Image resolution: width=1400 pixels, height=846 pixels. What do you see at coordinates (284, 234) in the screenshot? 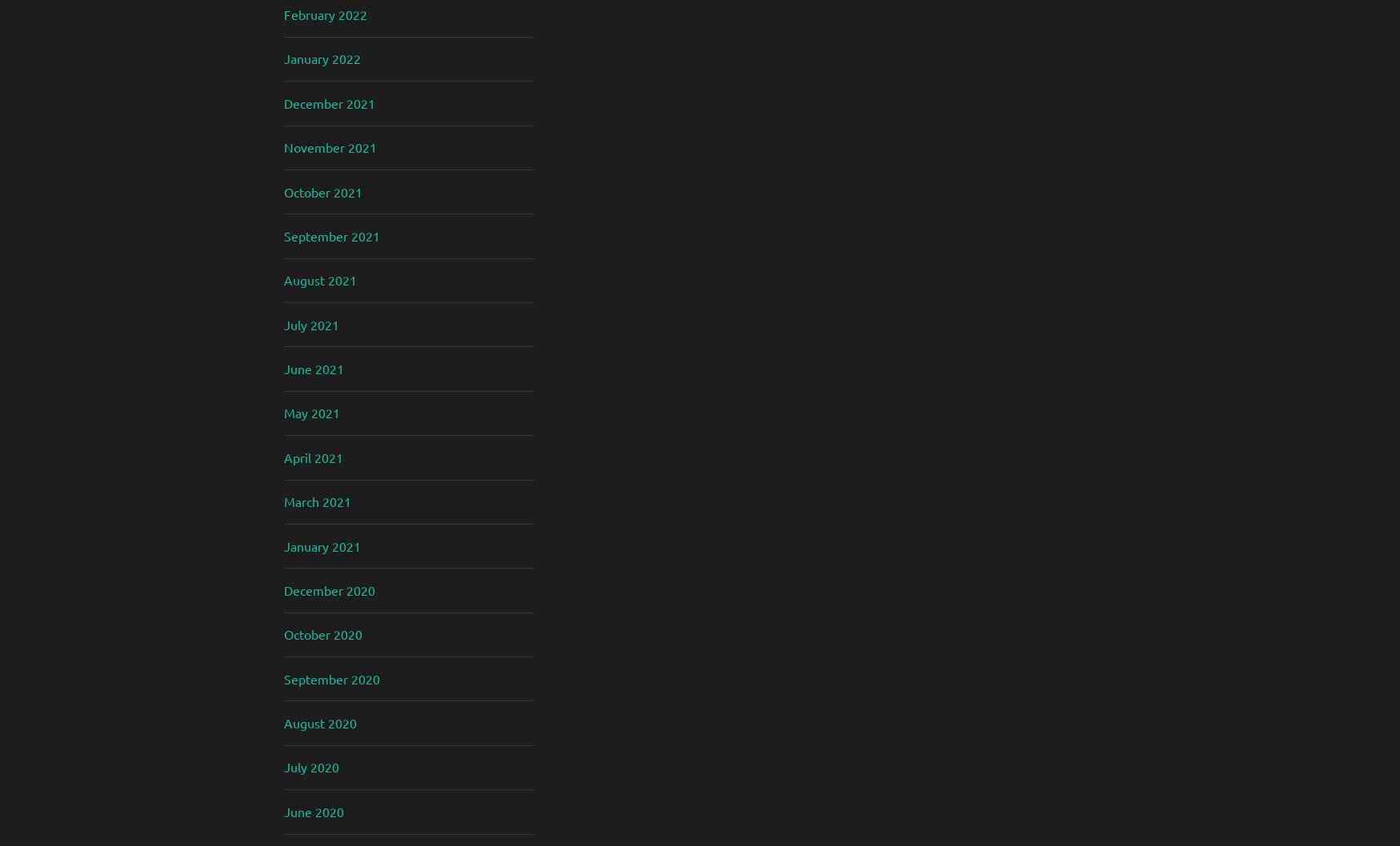
I see `'September 2021'` at bounding box center [284, 234].